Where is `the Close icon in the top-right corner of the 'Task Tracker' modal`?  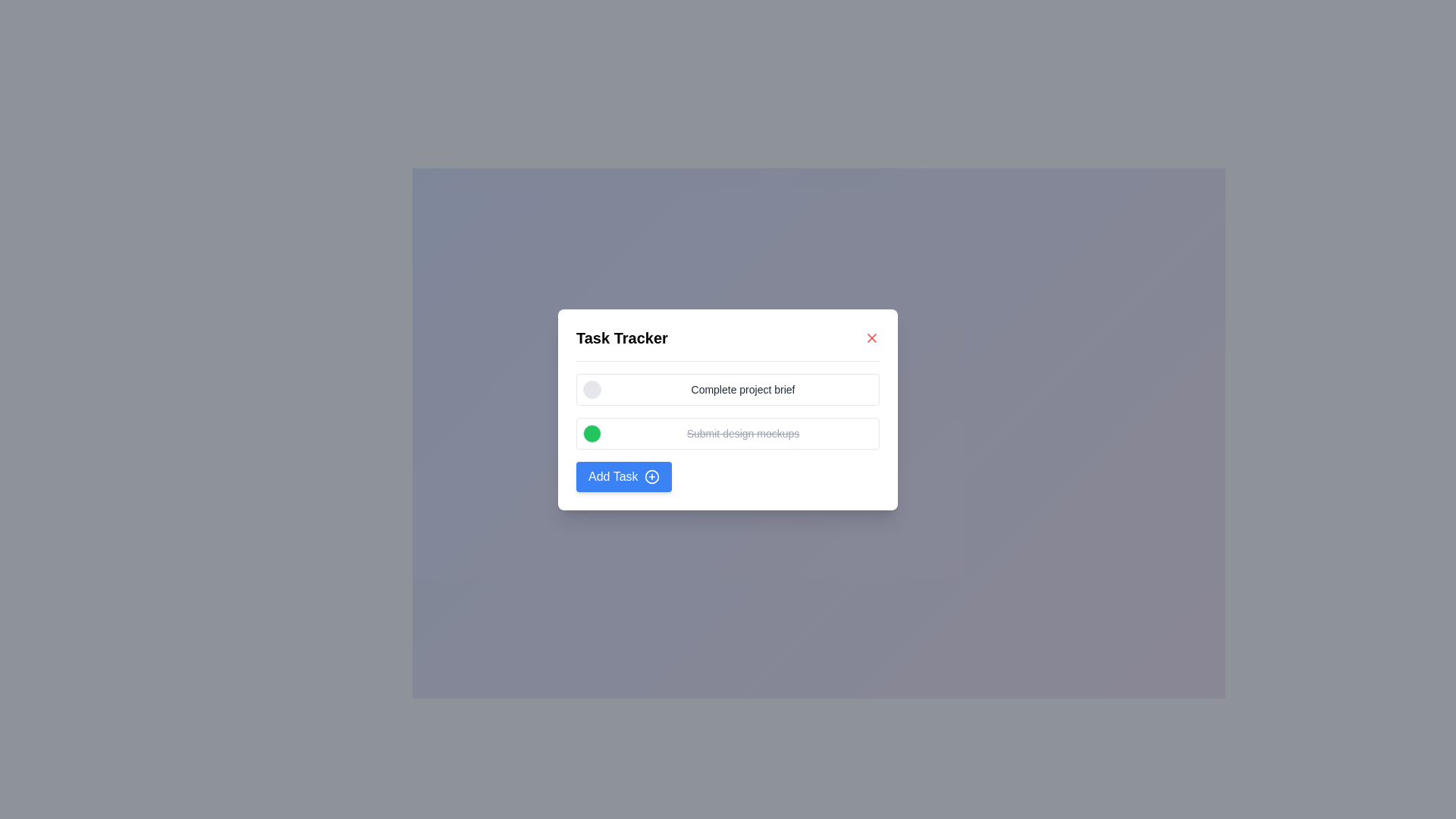 the Close icon in the top-right corner of the 'Task Tracker' modal is located at coordinates (872, 336).